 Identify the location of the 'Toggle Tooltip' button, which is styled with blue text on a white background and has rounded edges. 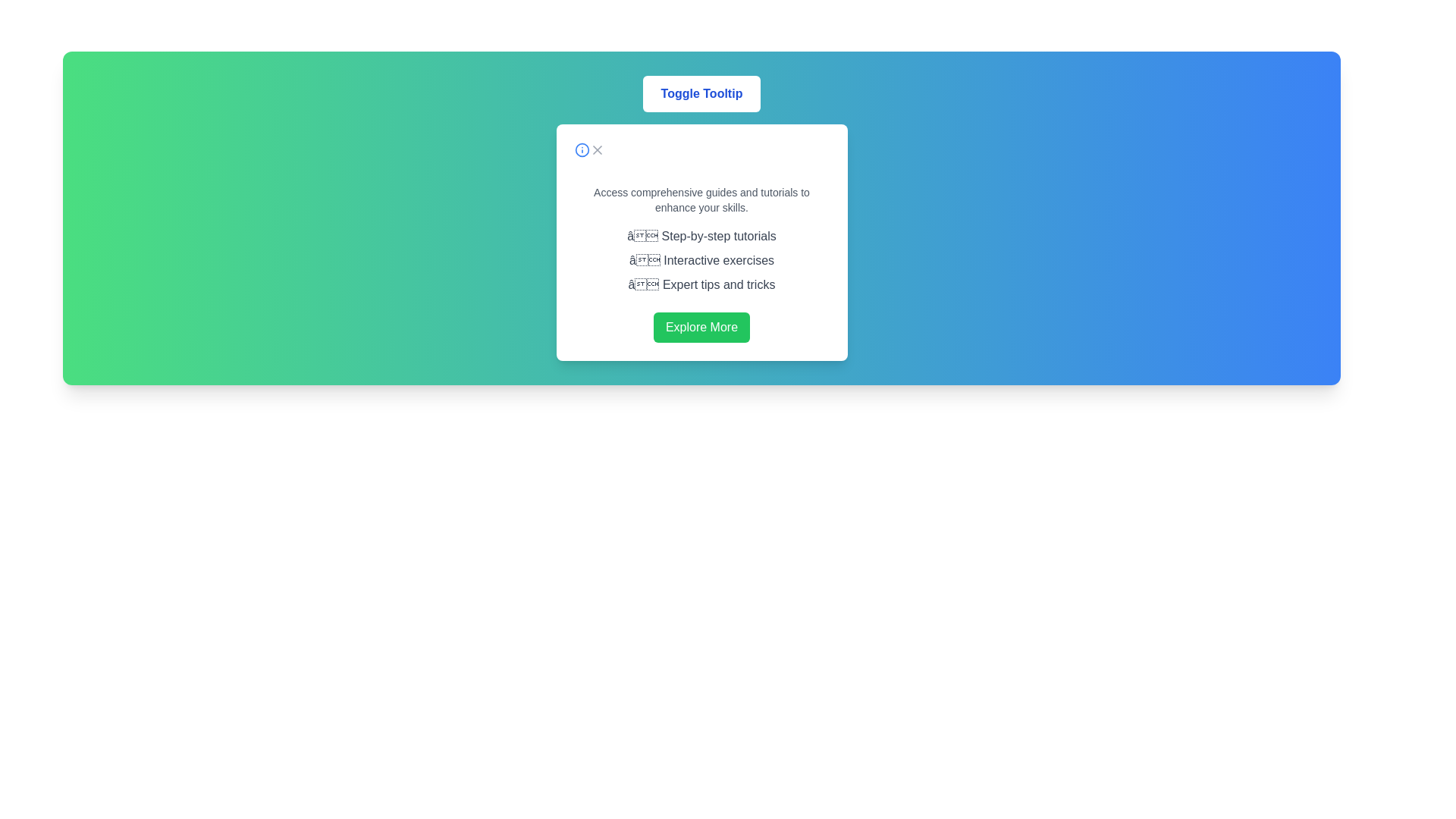
(701, 93).